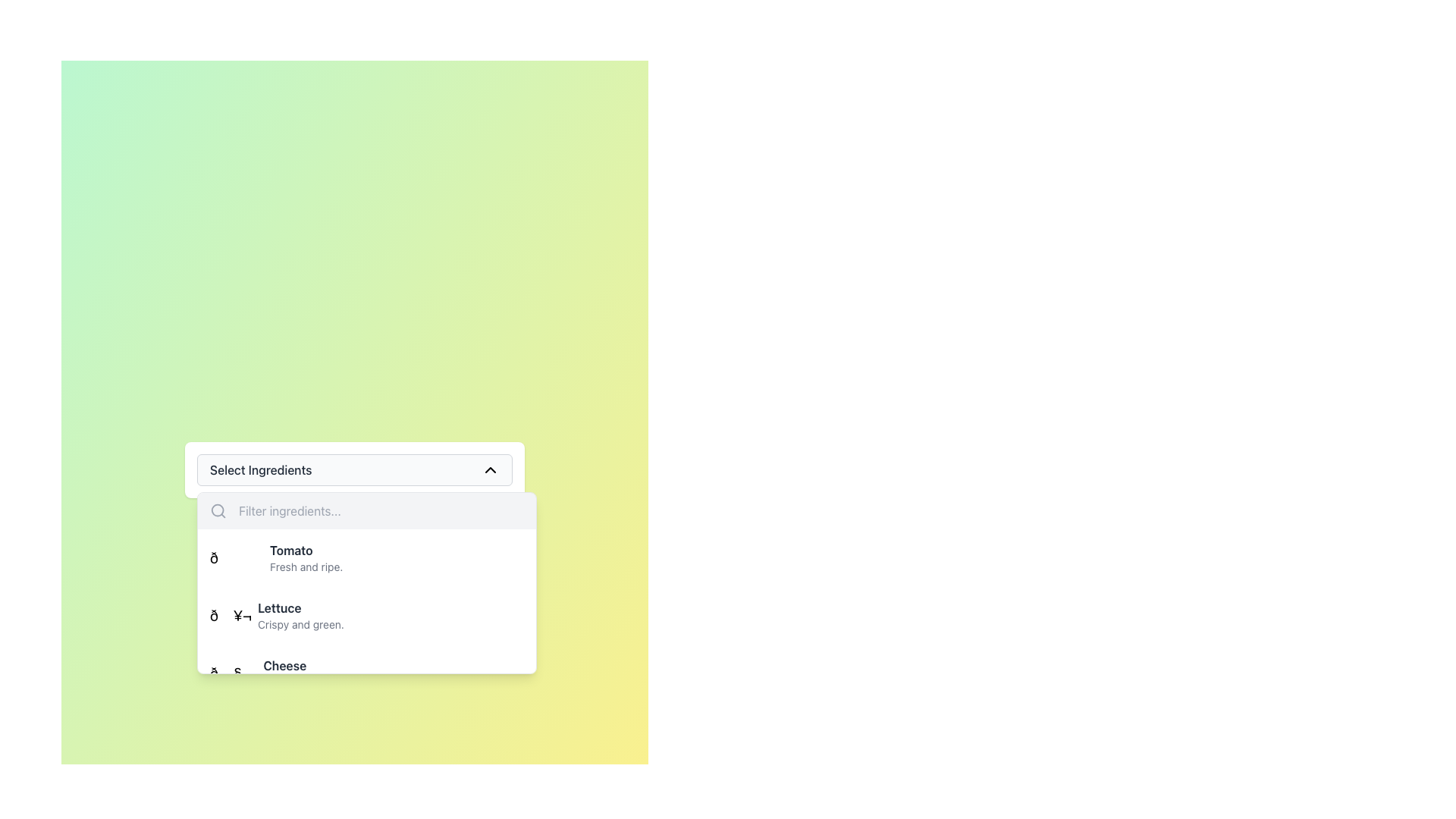 This screenshot has width=1456, height=819. I want to click on the tomato emoji icon located at the leftmost side of the row containing the text 'Tomato' and 'Fresh and ripe' in the dropdown list under 'Filter ingredients...', so click(236, 558).